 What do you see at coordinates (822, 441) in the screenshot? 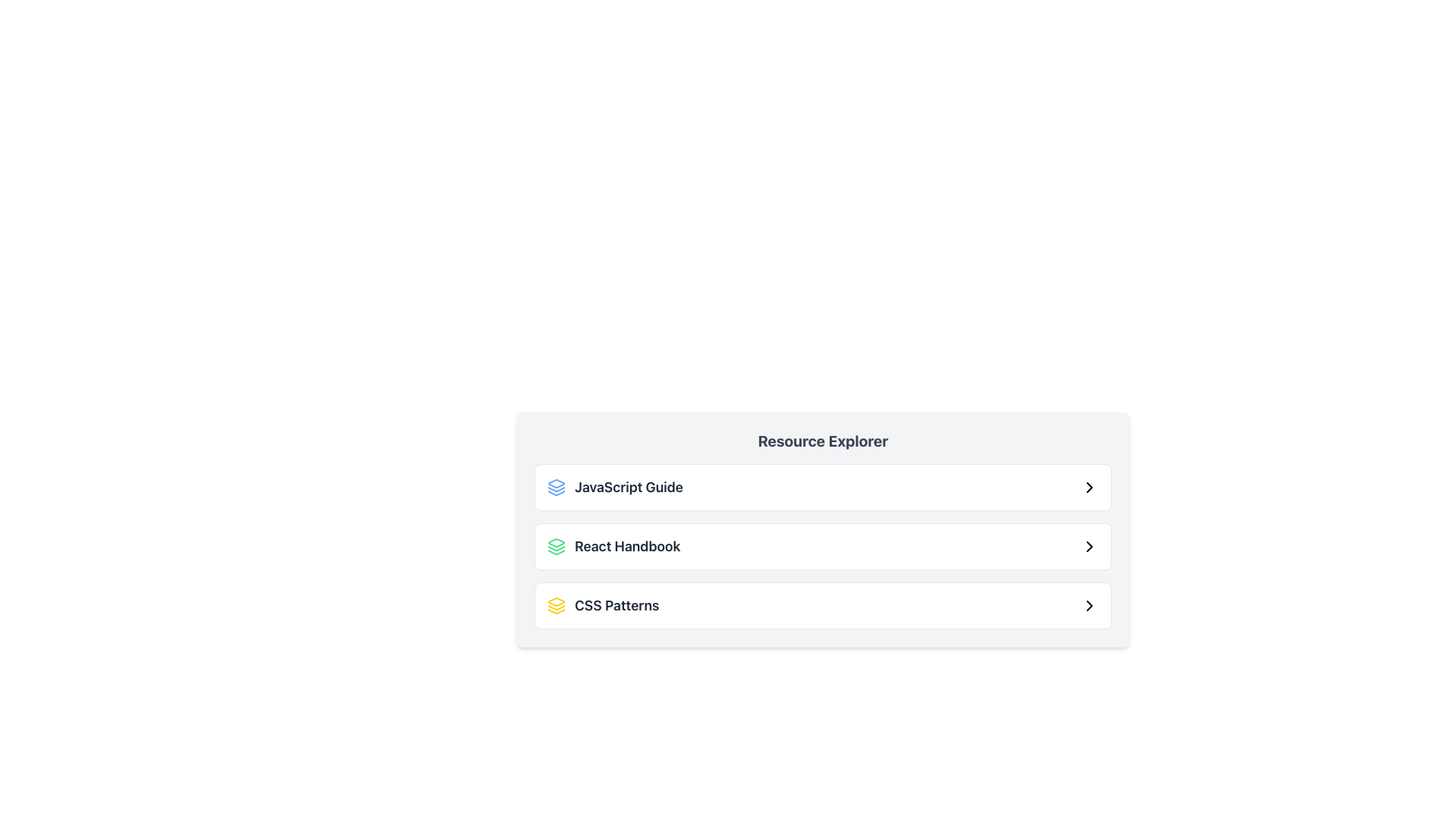
I see `the header text element which serves as the title for the section, providing context for the surrounding content` at bounding box center [822, 441].